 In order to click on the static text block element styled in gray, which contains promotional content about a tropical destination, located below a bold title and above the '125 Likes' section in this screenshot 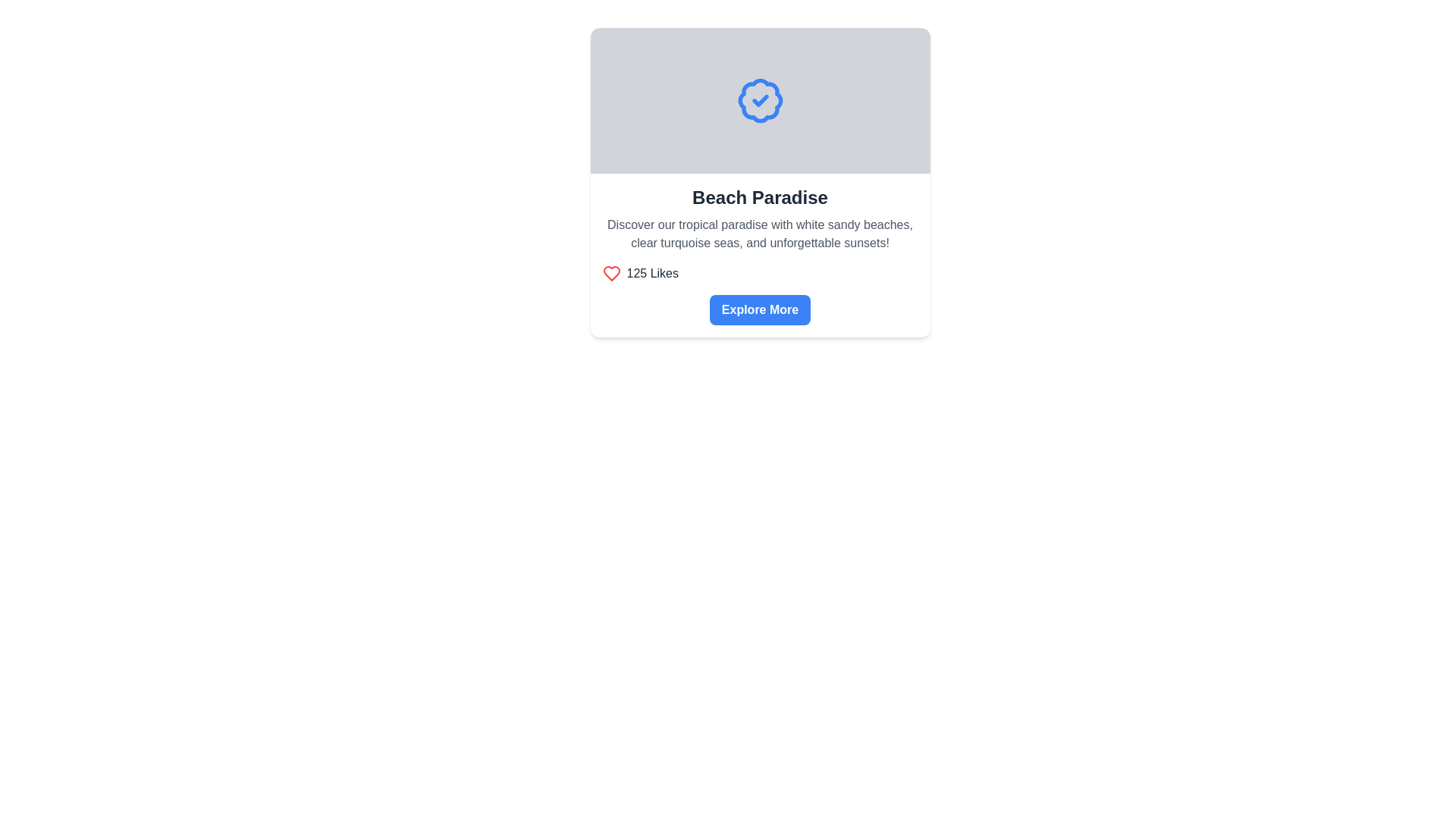, I will do `click(760, 234)`.